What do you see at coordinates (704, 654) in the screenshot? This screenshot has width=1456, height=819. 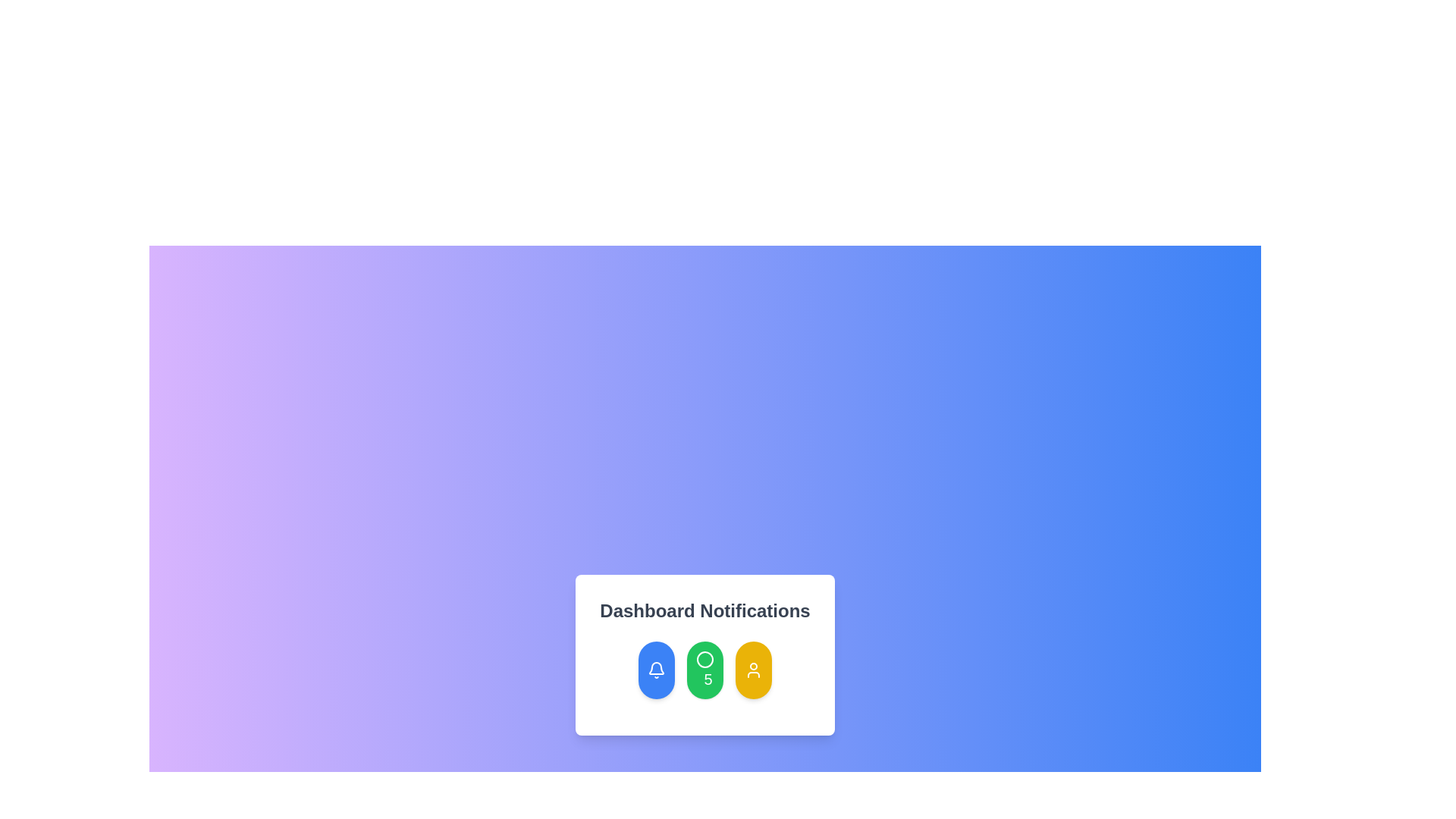 I see `the middle circular green button labeled with the number '5' and a clock icon, located below the 'Dashboard Notifications' heading` at bounding box center [704, 654].